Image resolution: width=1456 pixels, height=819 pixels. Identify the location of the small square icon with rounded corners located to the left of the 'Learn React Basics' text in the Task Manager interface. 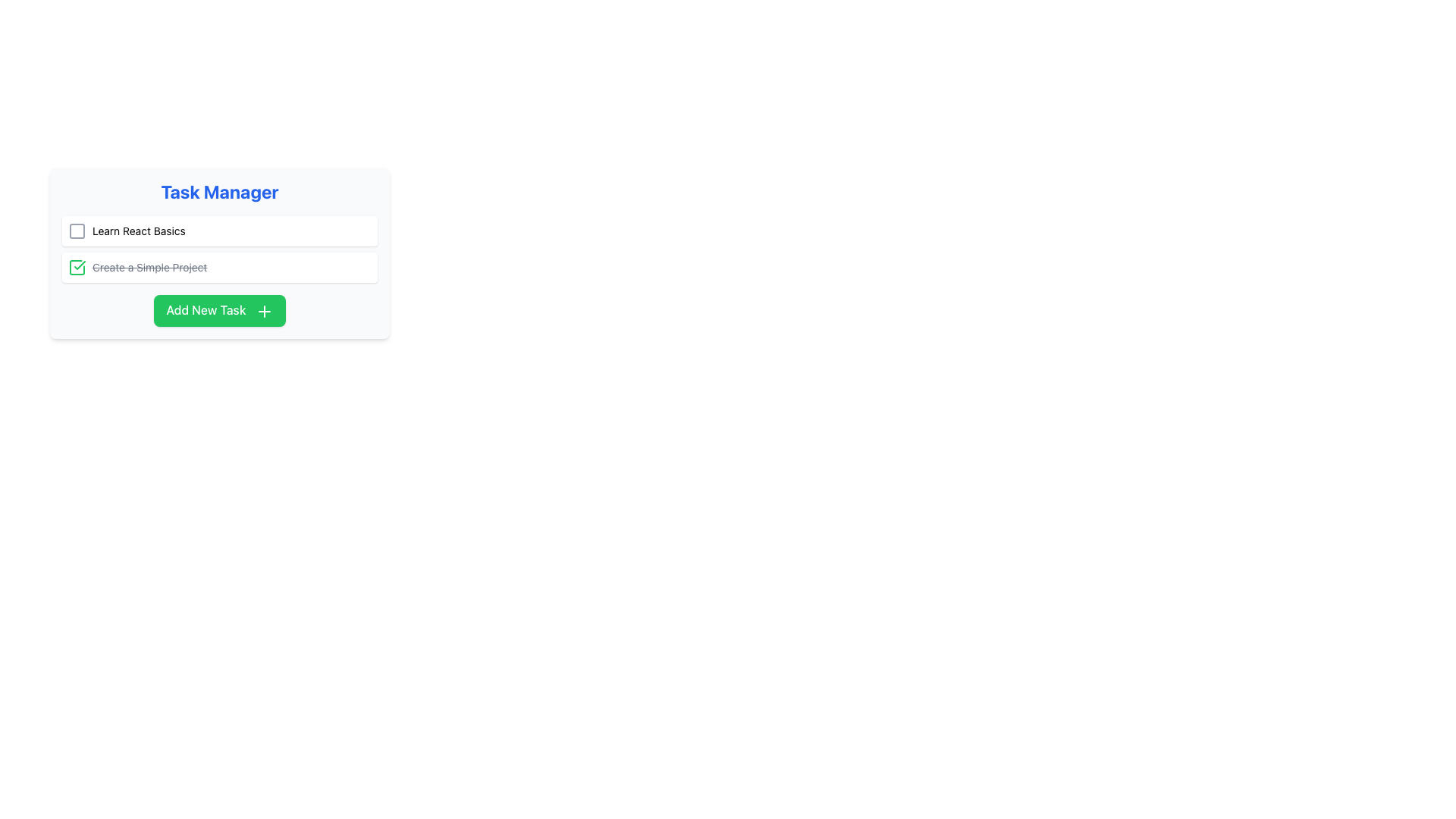
(76, 231).